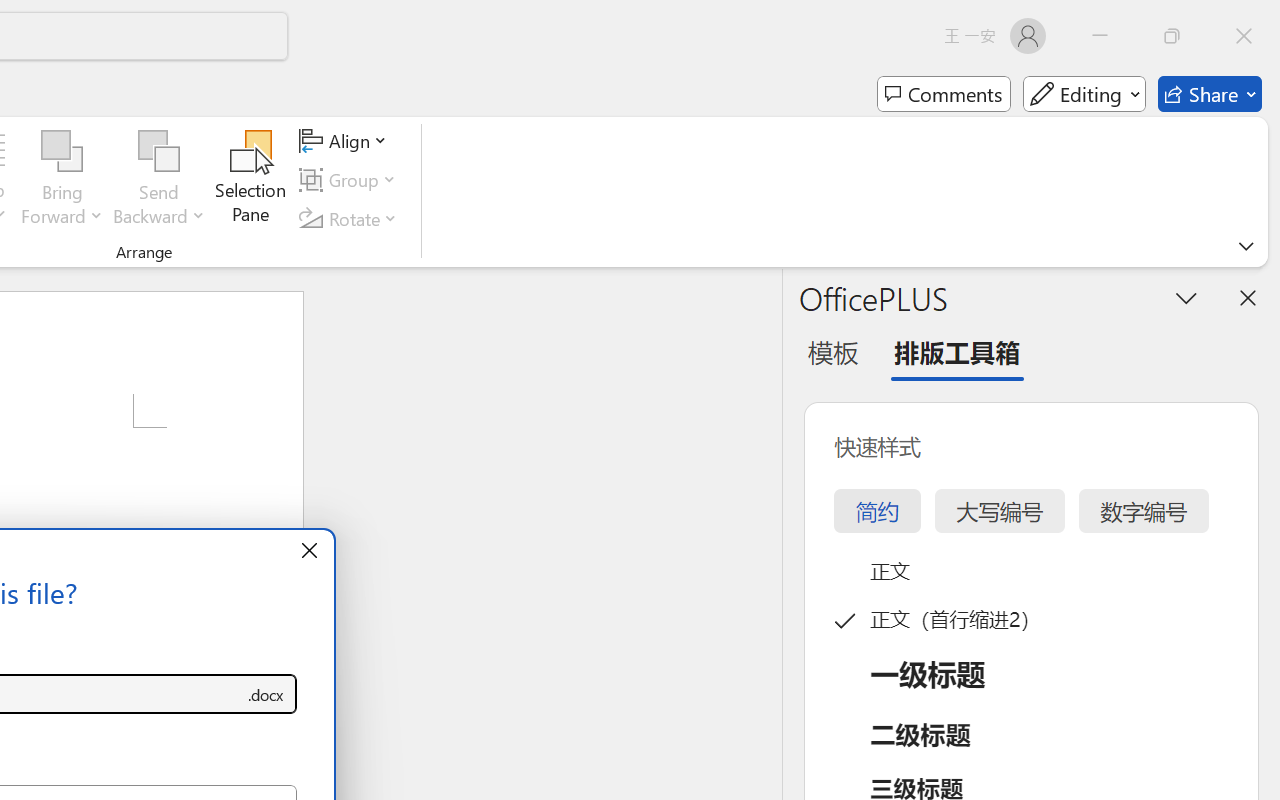 This screenshot has width=1280, height=800. Describe the element at coordinates (346, 141) in the screenshot. I see `'Align'` at that location.